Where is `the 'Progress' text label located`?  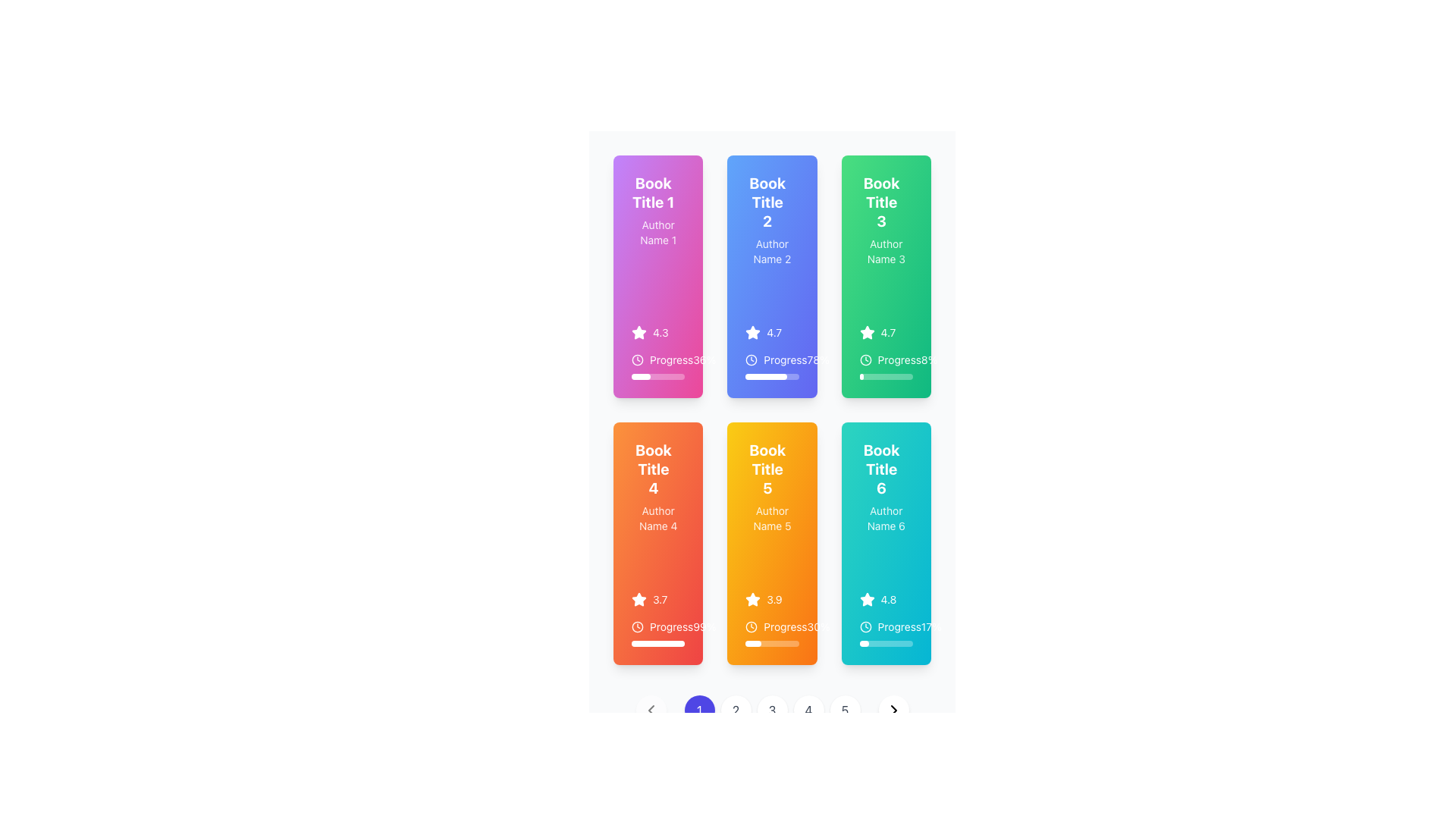
the 'Progress' text label located is located at coordinates (890, 359).